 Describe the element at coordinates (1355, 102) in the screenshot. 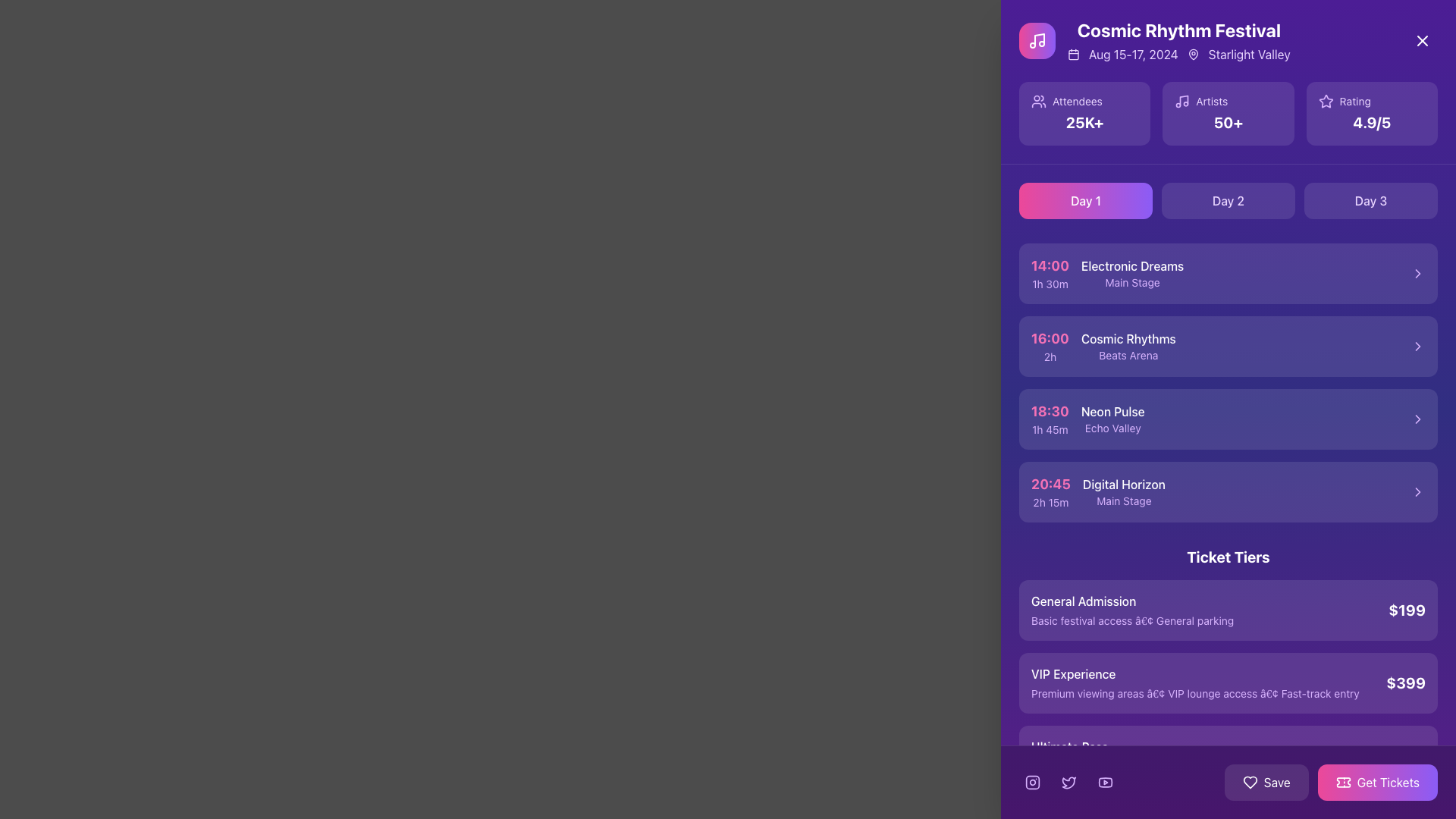

I see `the Text label that describes the purpose of the associated star icon and rating number, located near the top-right corner of the interface` at that location.